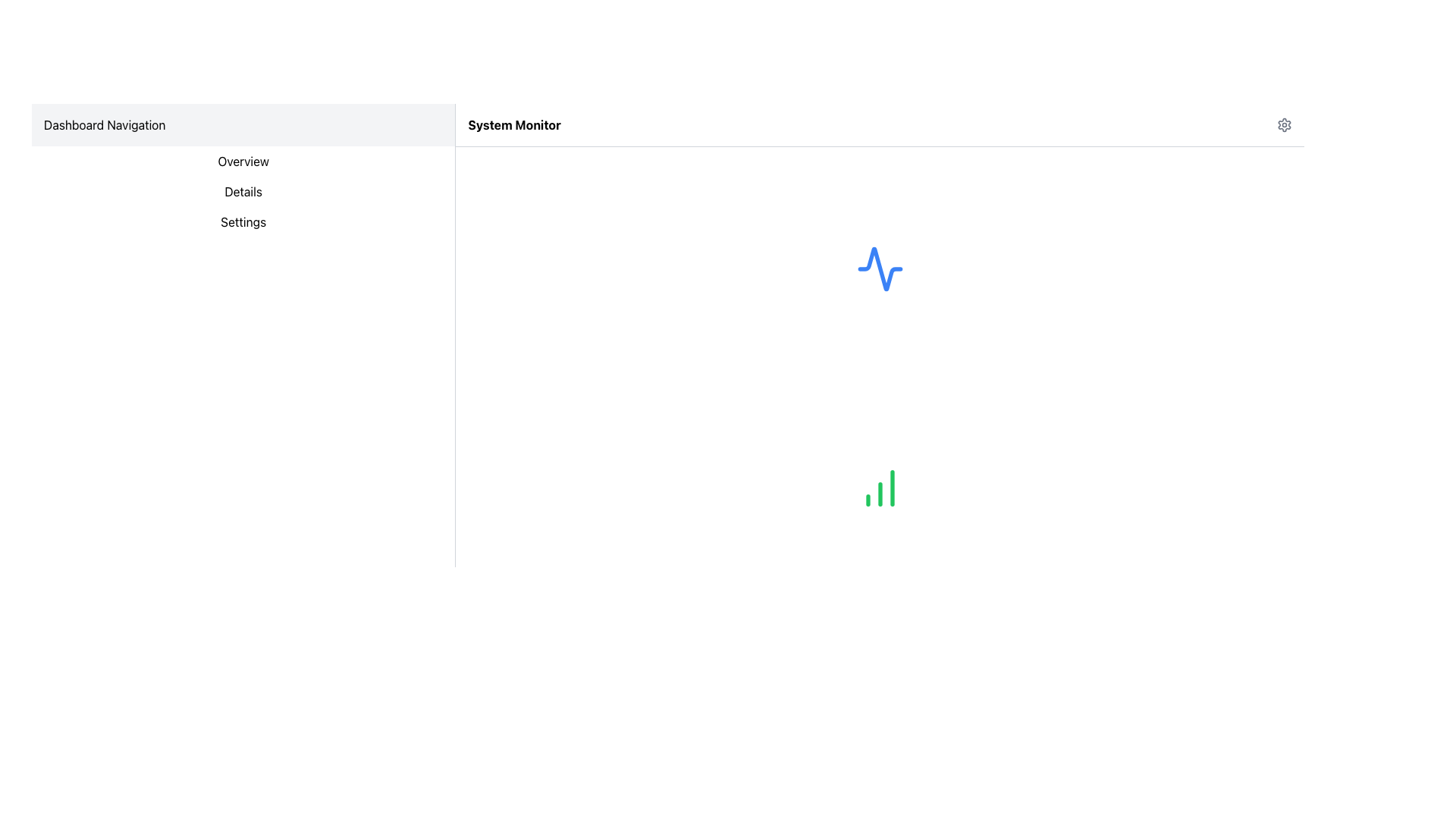  What do you see at coordinates (1284, 124) in the screenshot?
I see `the settings button located at the far right side of the horizontal toolbar` at bounding box center [1284, 124].